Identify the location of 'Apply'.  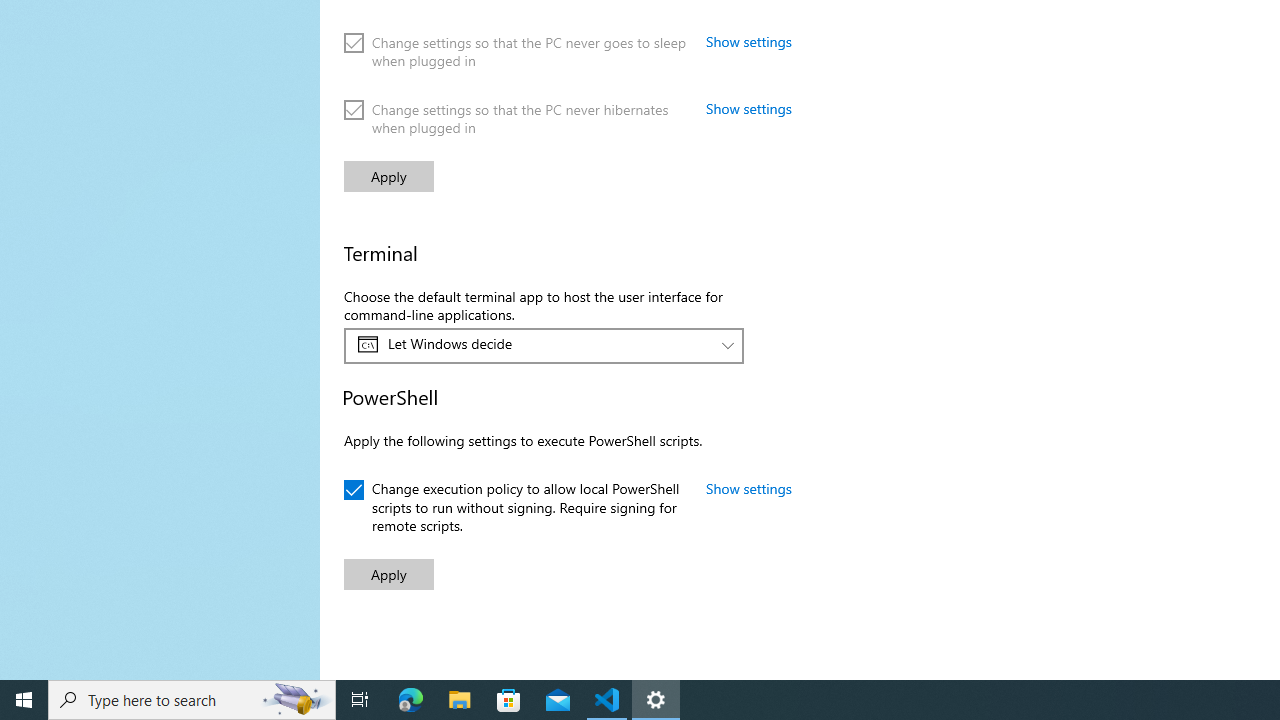
(389, 574).